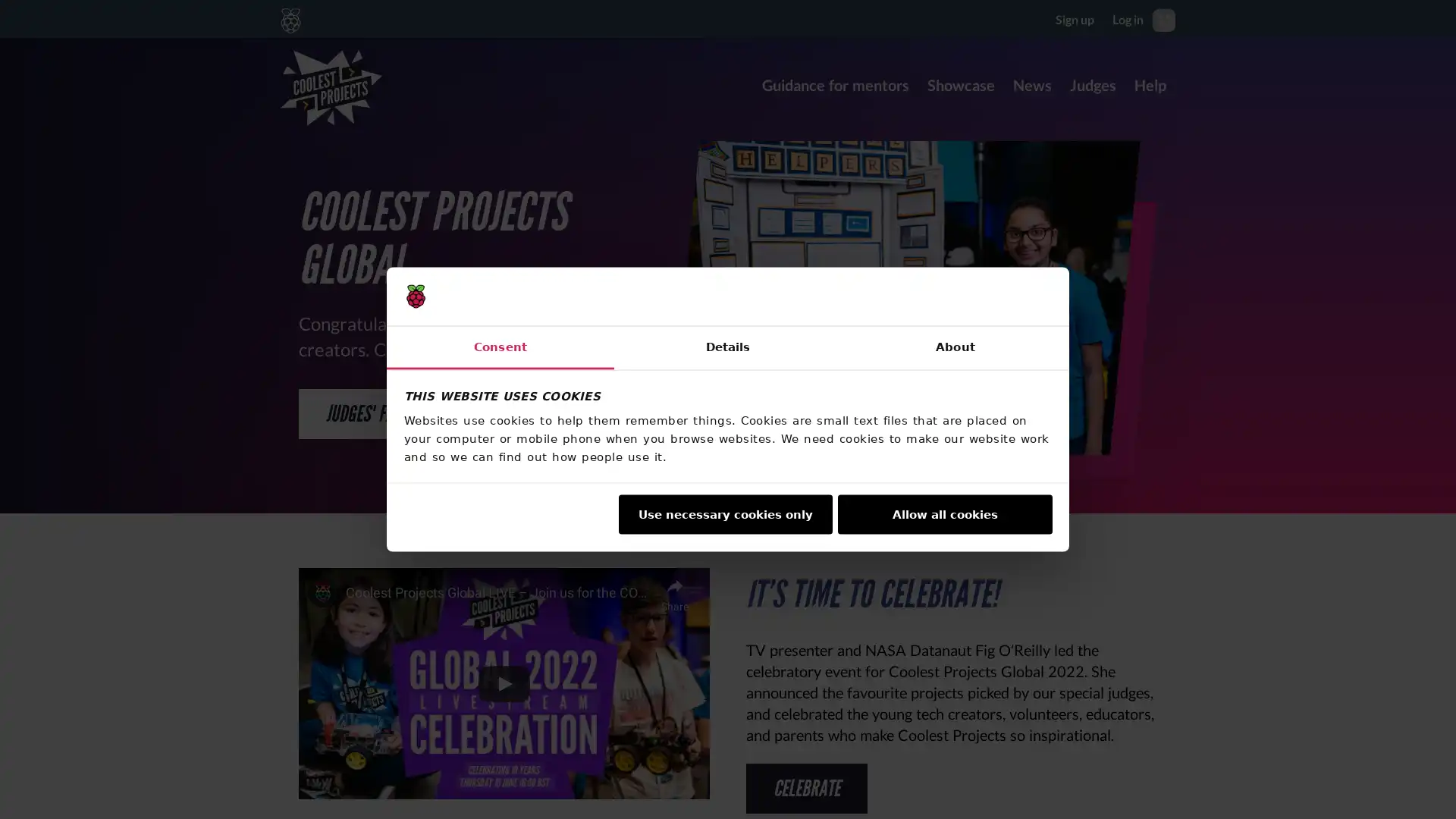 The image size is (1456, 819). What do you see at coordinates (1074, 18) in the screenshot?
I see `Sign up` at bounding box center [1074, 18].